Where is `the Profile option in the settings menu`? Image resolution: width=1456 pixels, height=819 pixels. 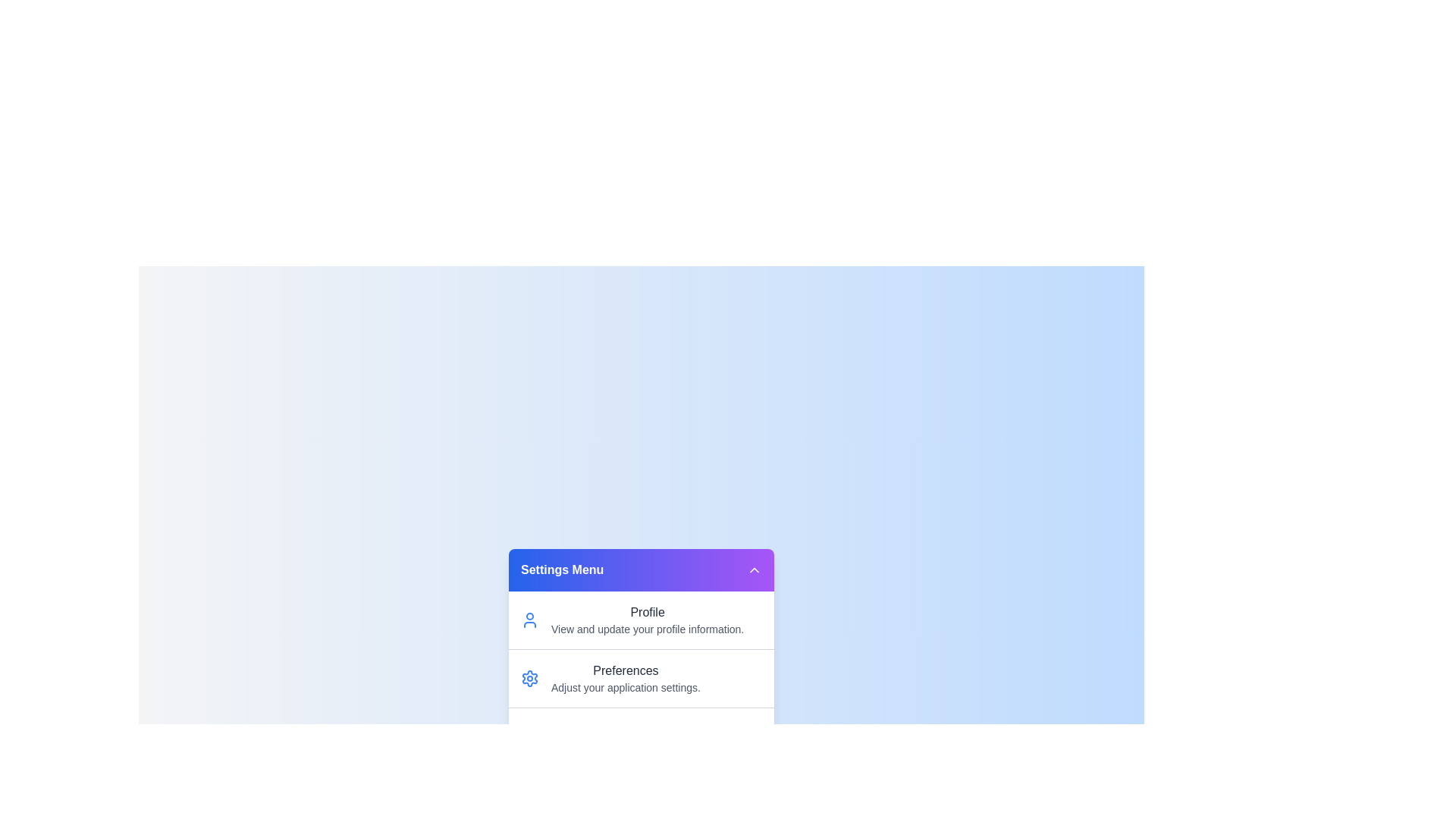
the Profile option in the settings menu is located at coordinates (641, 620).